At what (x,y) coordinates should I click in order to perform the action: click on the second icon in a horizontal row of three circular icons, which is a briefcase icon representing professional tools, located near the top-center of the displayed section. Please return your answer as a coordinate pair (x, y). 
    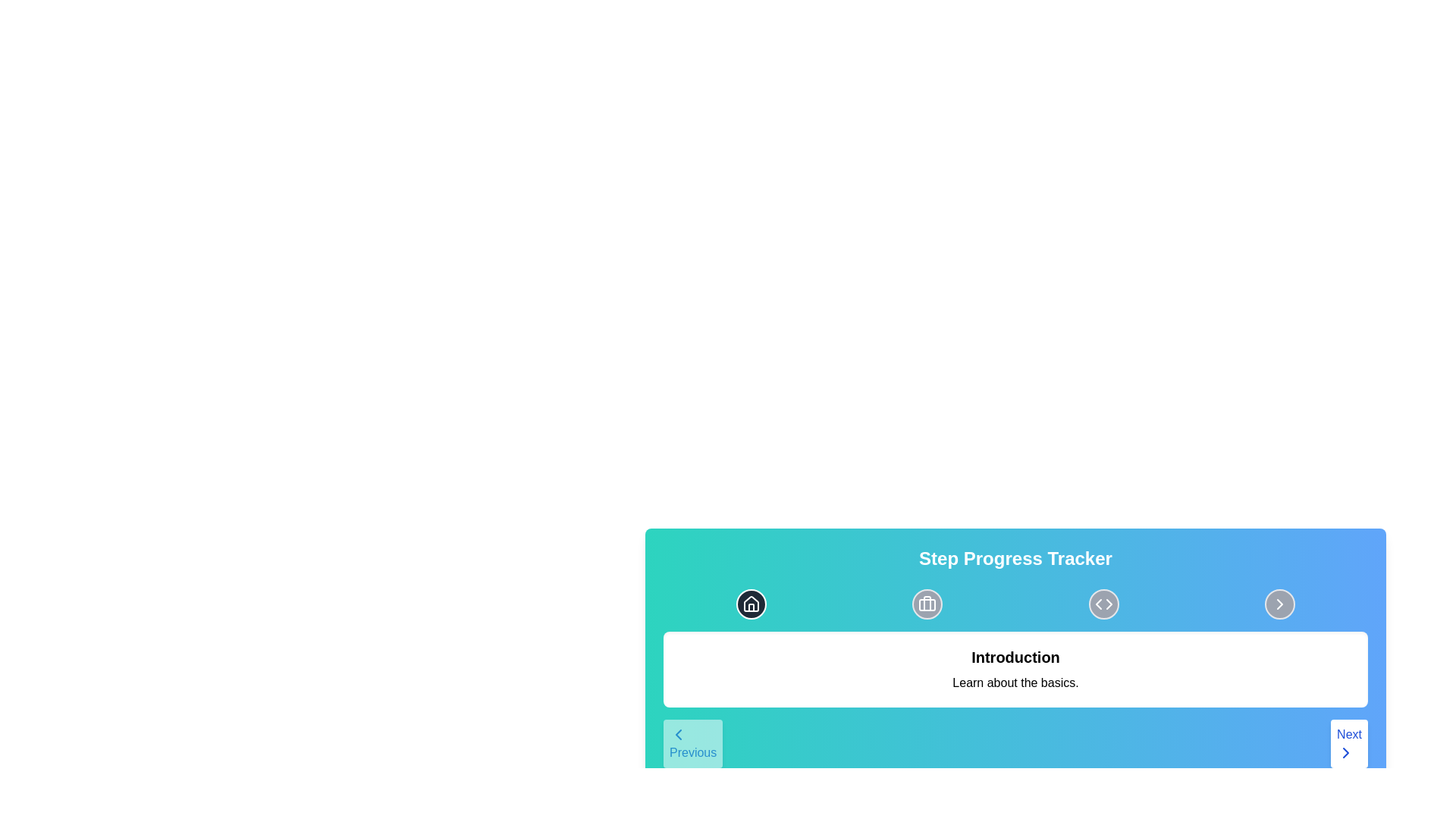
    Looking at the image, I should click on (927, 604).